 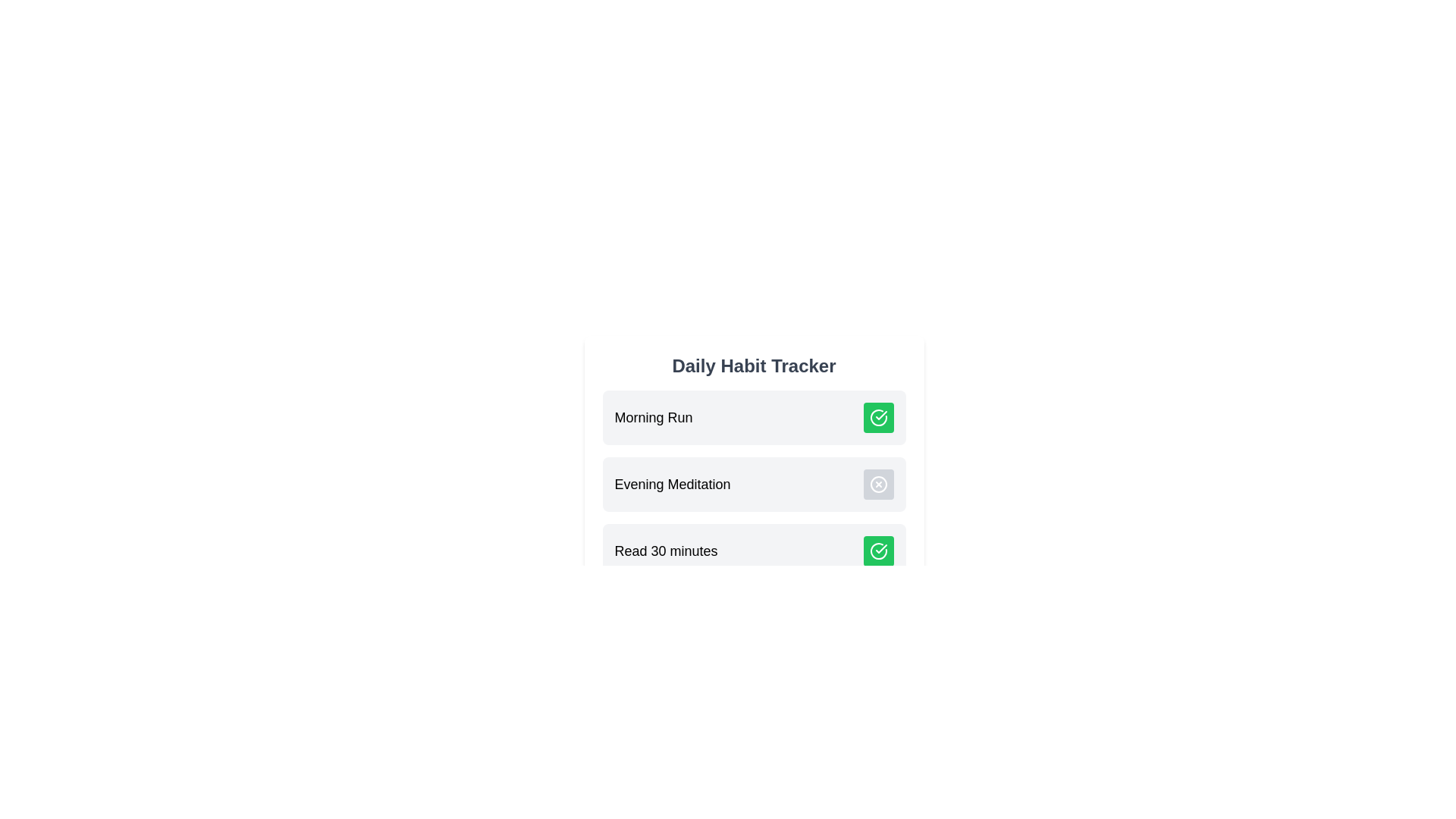 I want to click on the checkmark icon within the green square button indicating the completion of the 'Read 30 minutes' habit tracker item, so click(x=880, y=549).